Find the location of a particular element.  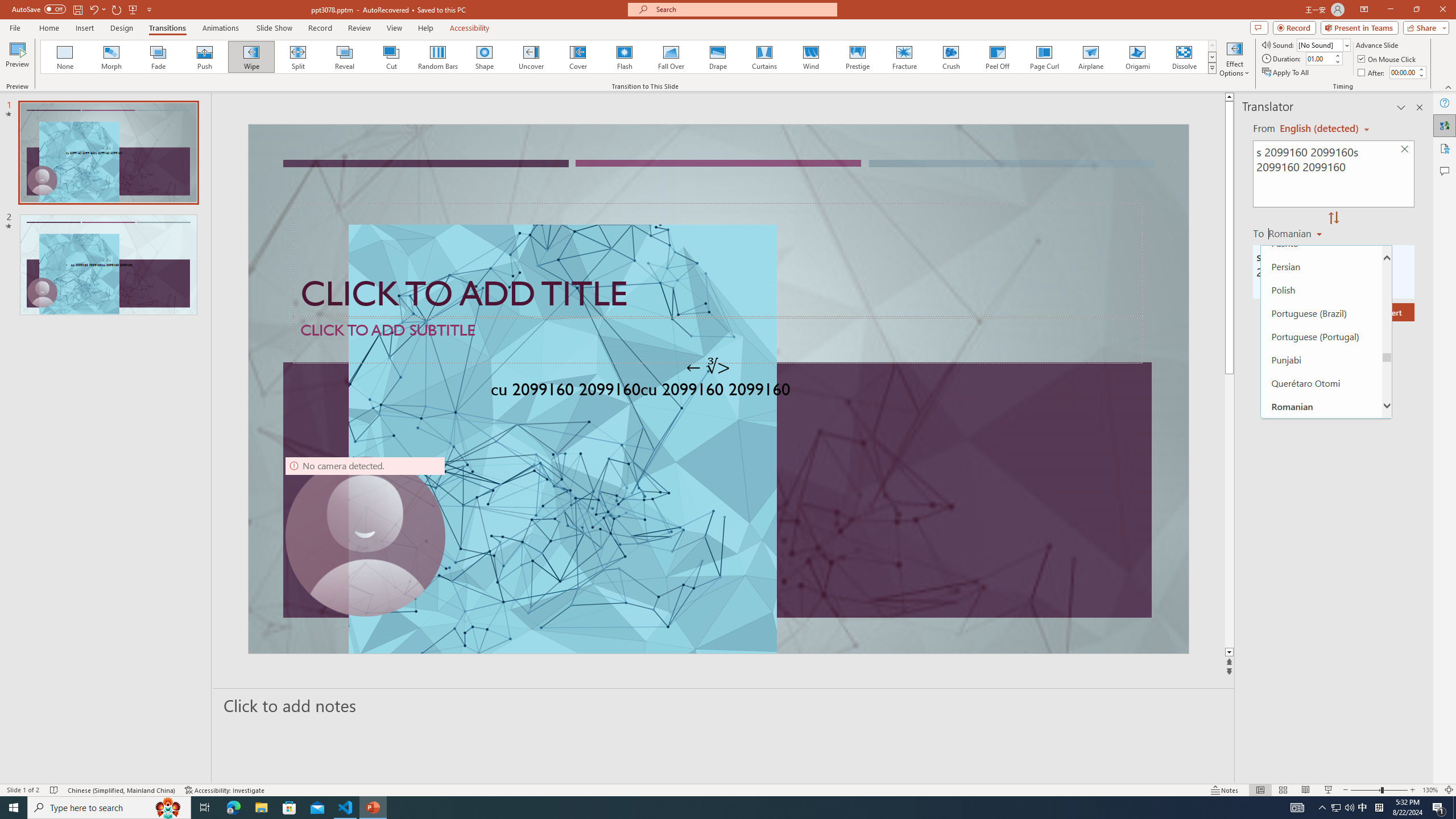

'Peel Off' is located at coordinates (996, 56).